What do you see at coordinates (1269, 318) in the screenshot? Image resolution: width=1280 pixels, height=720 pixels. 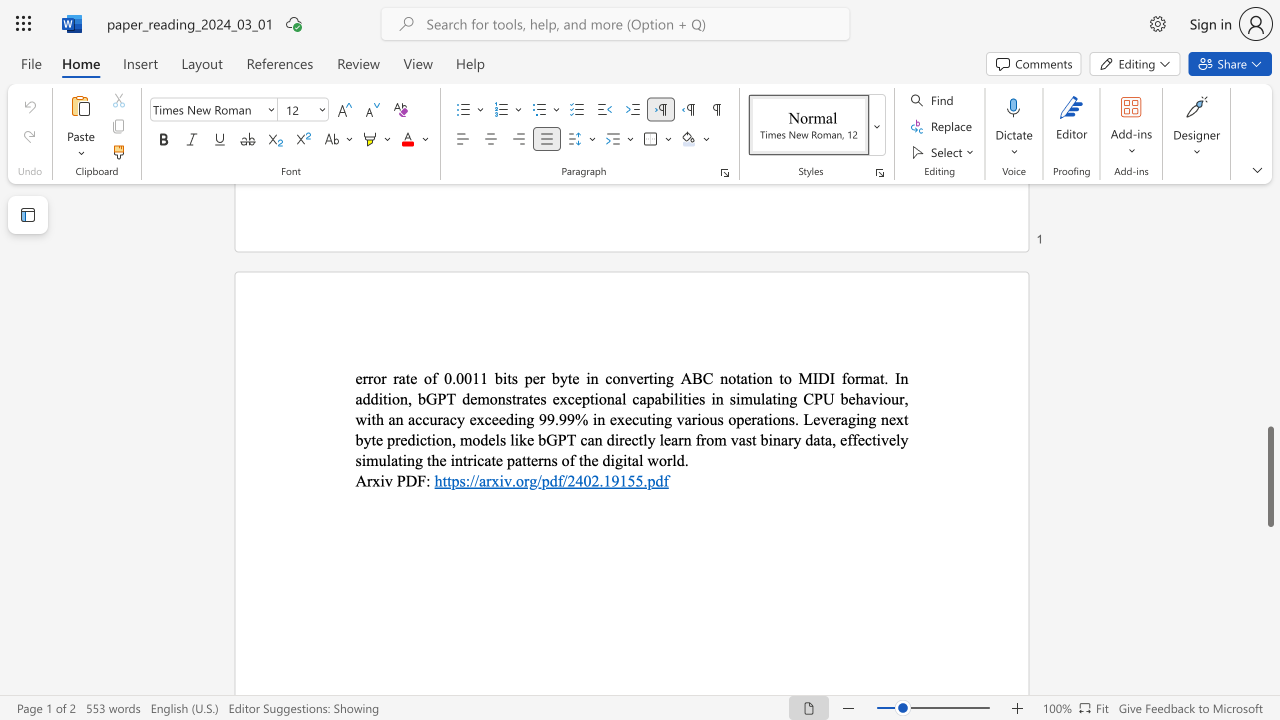 I see `the right-hand scrollbar to ascend the page` at bounding box center [1269, 318].